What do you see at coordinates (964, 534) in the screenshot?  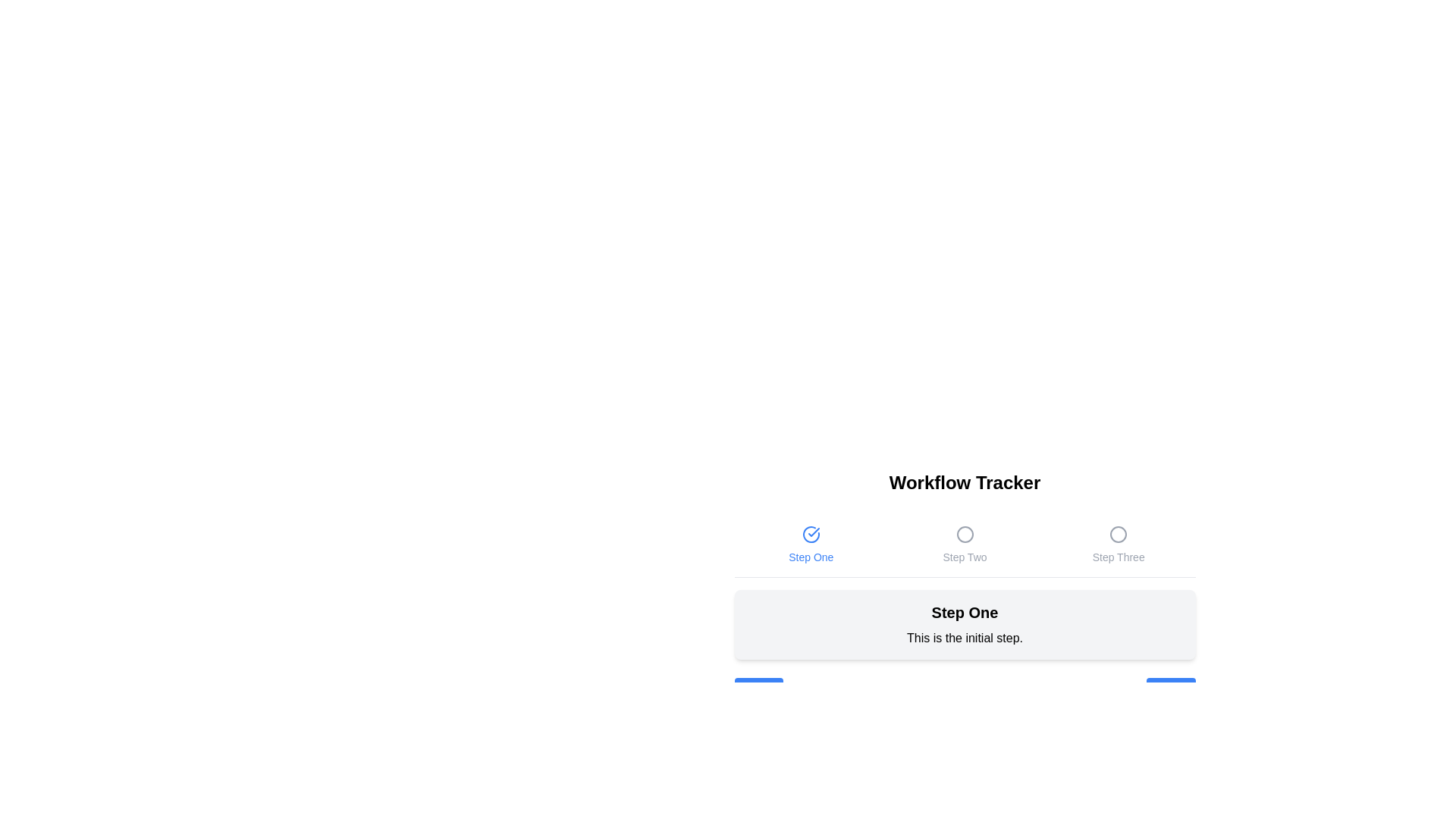 I see `the circular icon labeled 'Step Two' to indicate progress` at bounding box center [964, 534].